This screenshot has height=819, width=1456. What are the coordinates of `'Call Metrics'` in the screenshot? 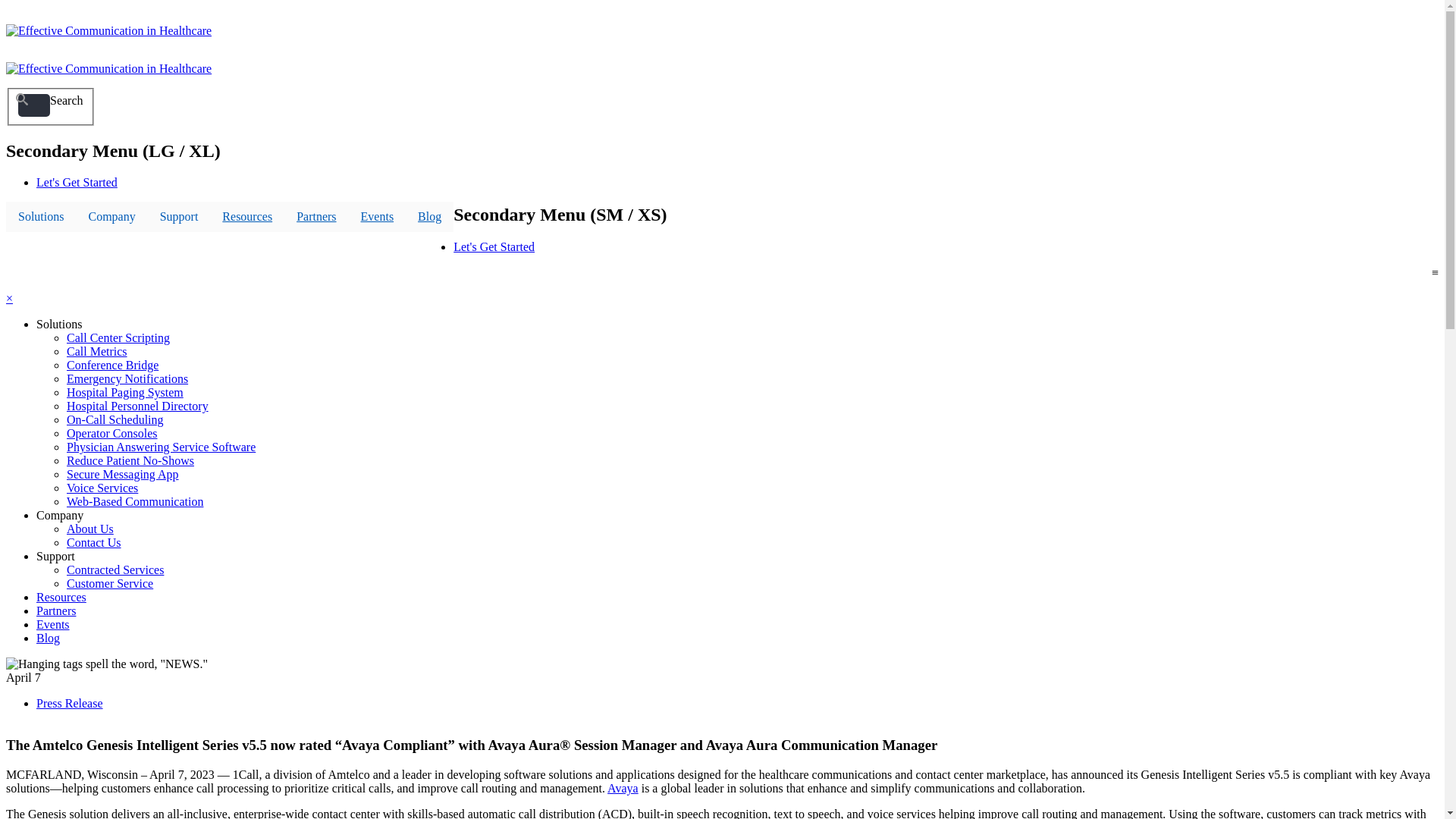 It's located at (96, 351).